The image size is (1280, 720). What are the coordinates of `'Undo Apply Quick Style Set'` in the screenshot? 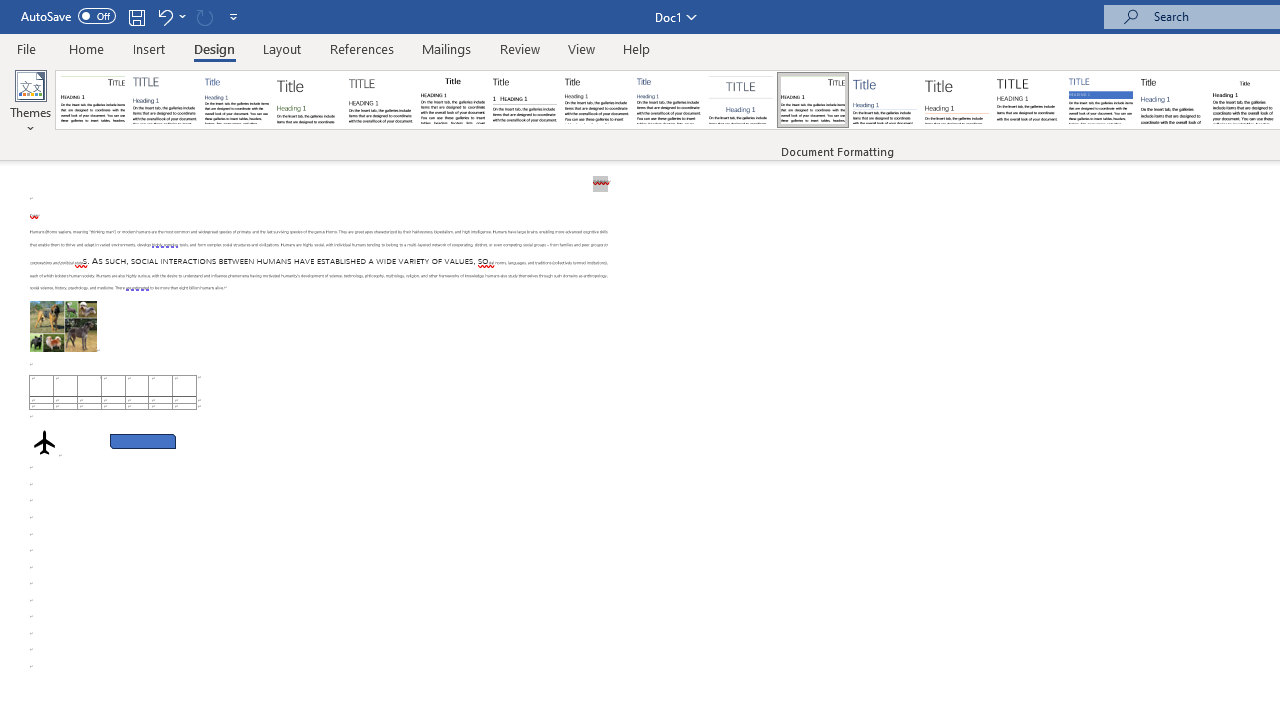 It's located at (164, 16).